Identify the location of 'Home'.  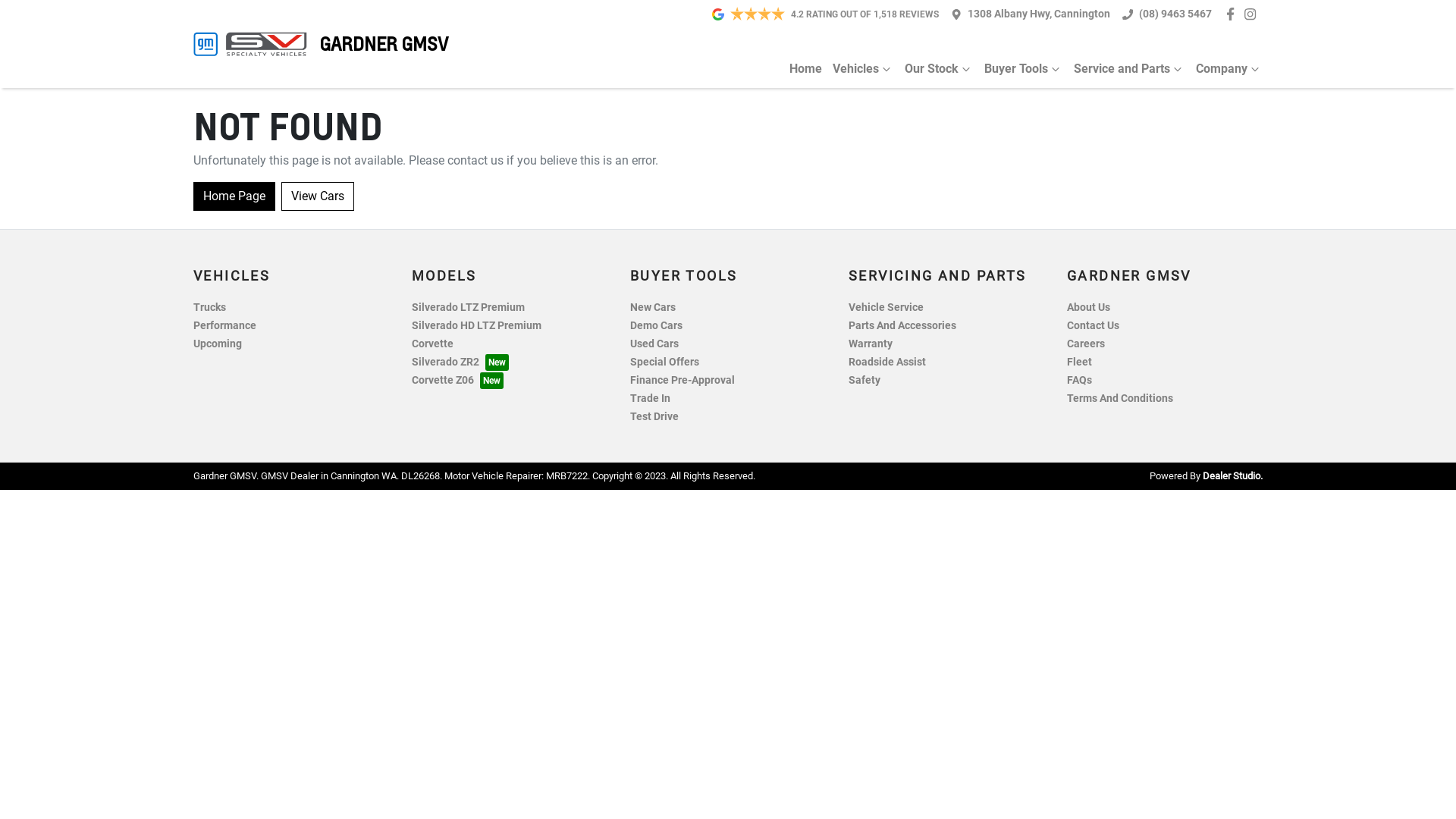
(805, 69).